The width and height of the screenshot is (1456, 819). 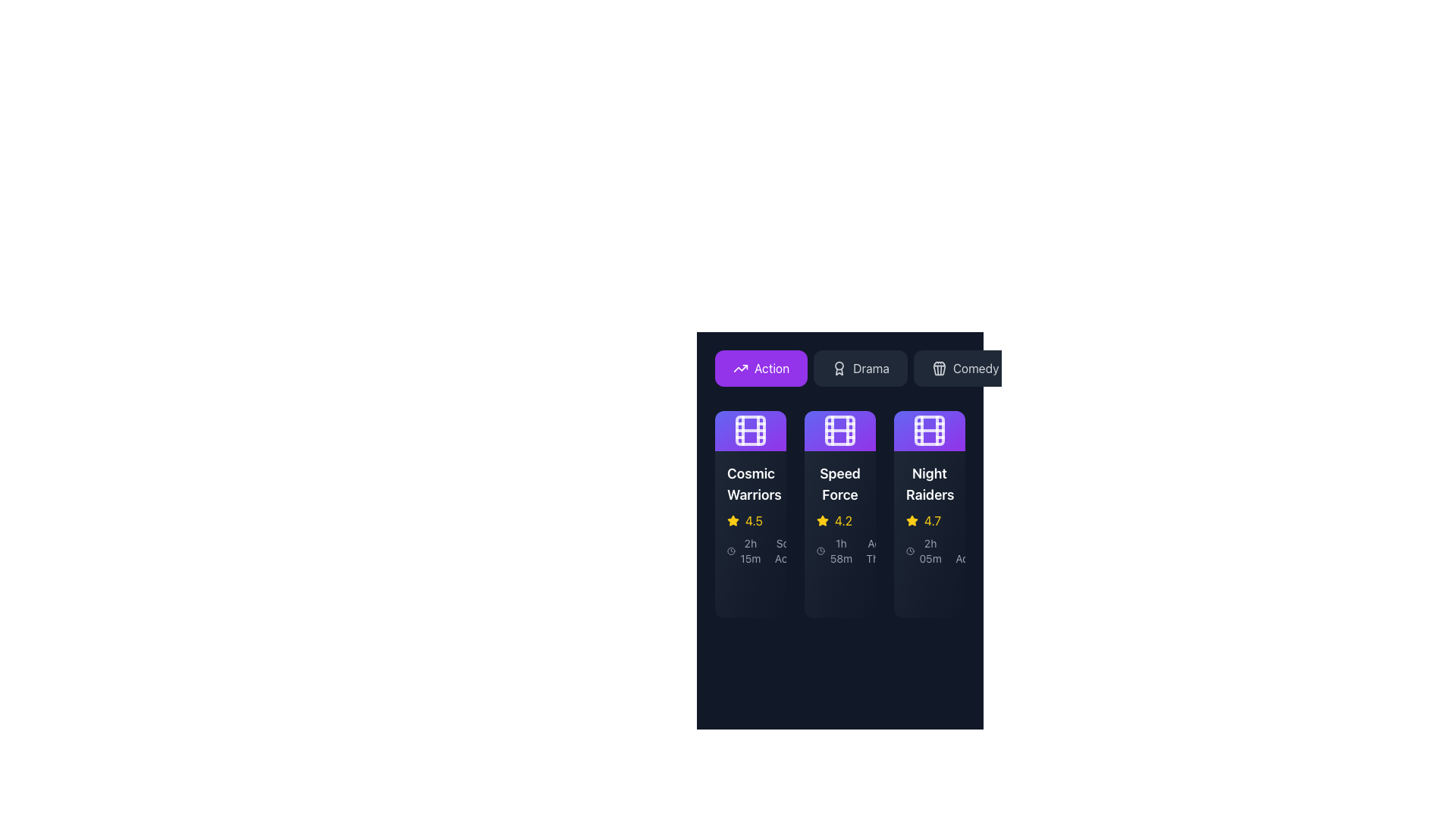 I want to click on text label titled 'Cosmic Warriors' which is displayed in large, bold, white font in the first card of the movie list, located directly under the film reel icon, so click(x=750, y=483).